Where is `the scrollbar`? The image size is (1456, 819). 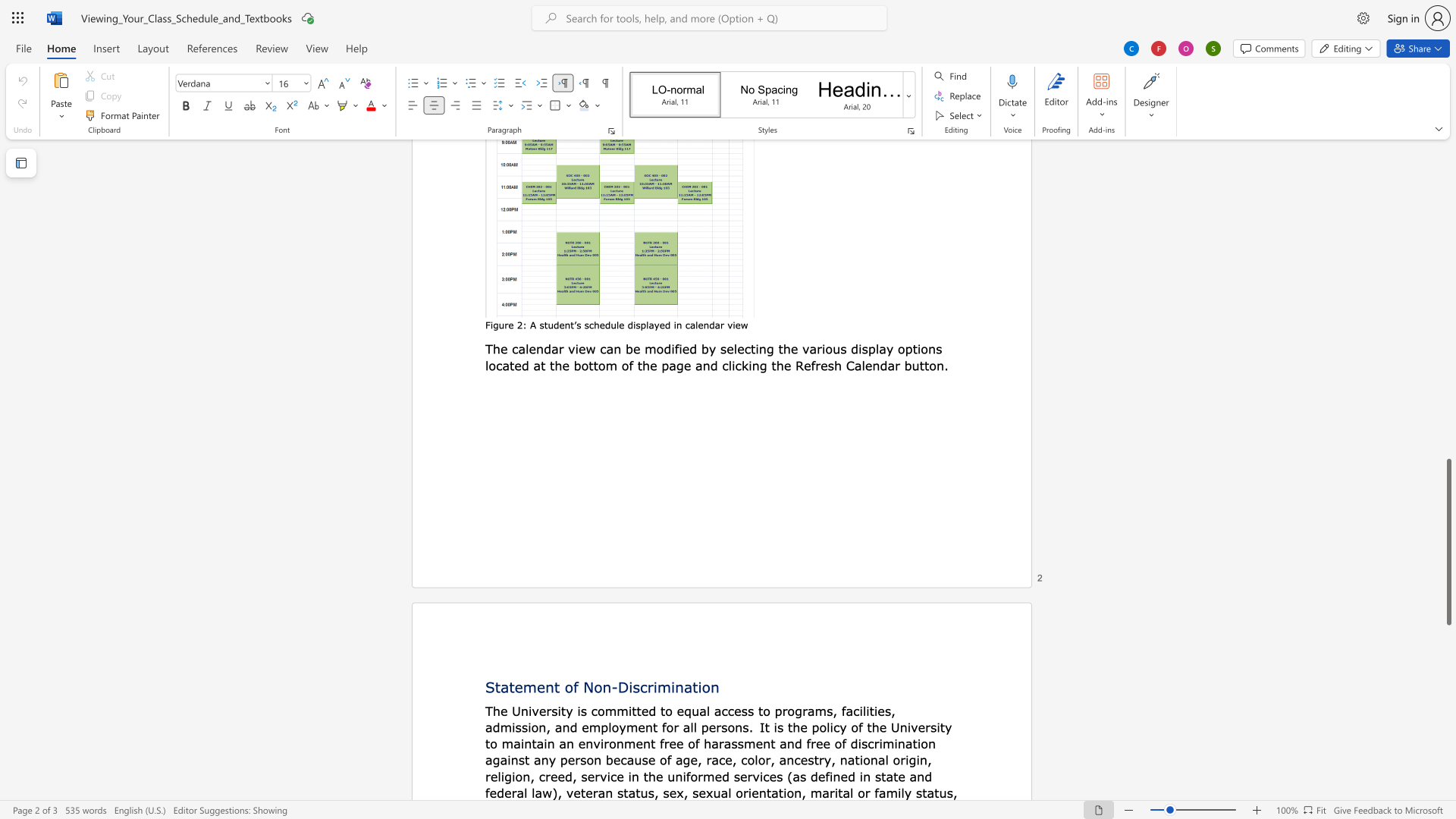
the scrollbar is located at coordinates (1448, 174).